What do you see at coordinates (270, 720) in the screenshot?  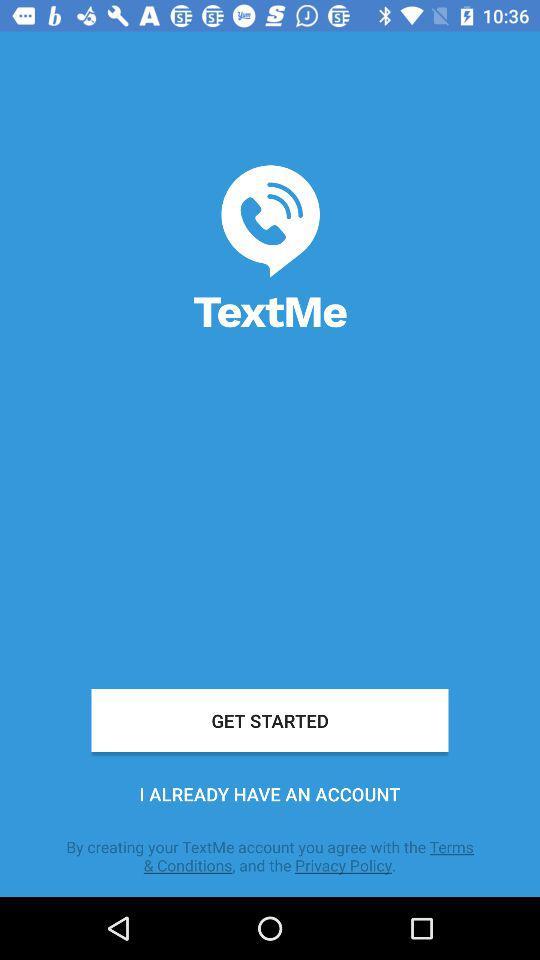 I see `the get started icon` at bounding box center [270, 720].